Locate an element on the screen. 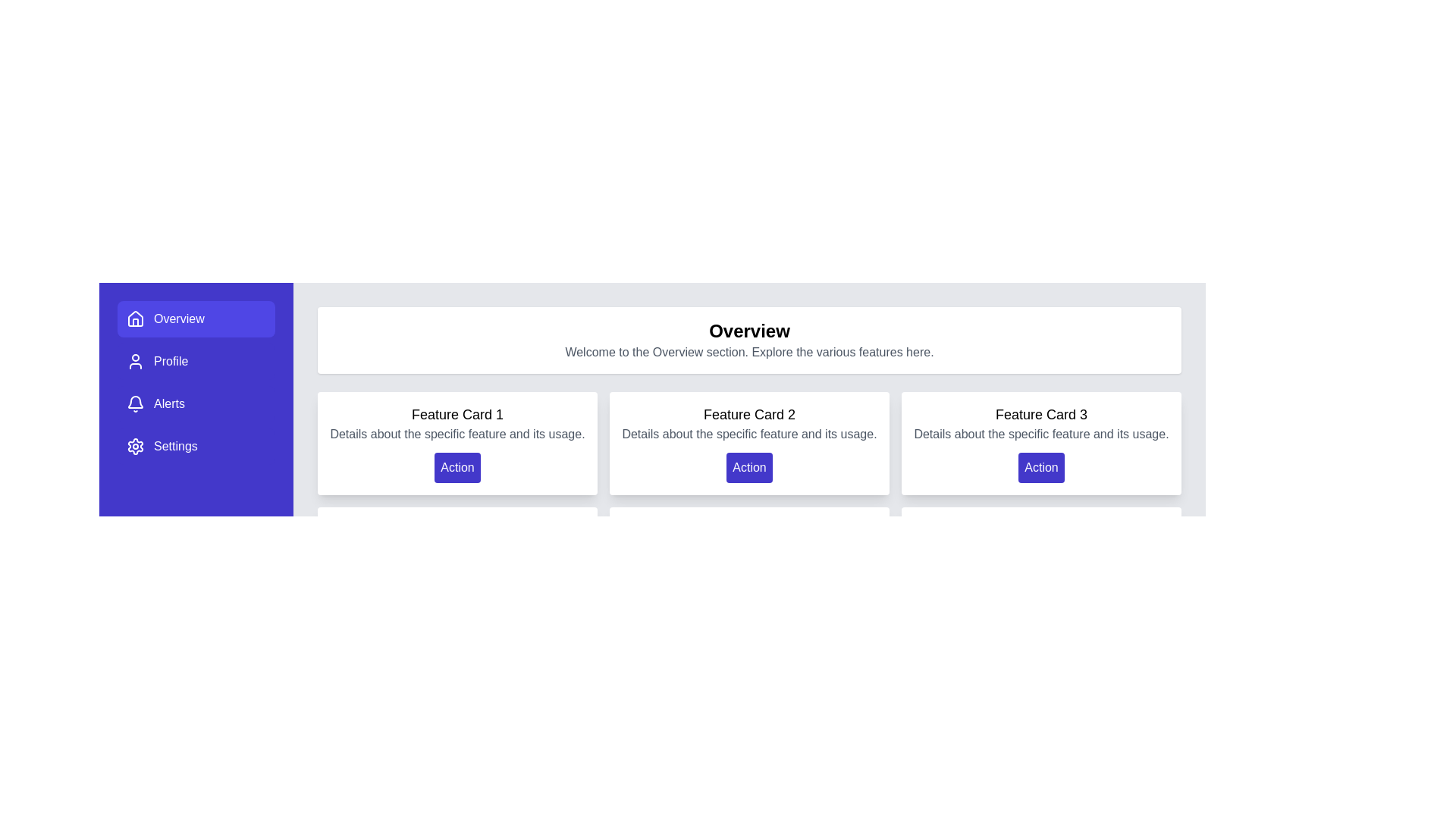 This screenshot has width=1456, height=819. section title text located in the 'Overview' section, positioned directly above the description text that reads 'Welcome to the Overview section...' is located at coordinates (749, 330).